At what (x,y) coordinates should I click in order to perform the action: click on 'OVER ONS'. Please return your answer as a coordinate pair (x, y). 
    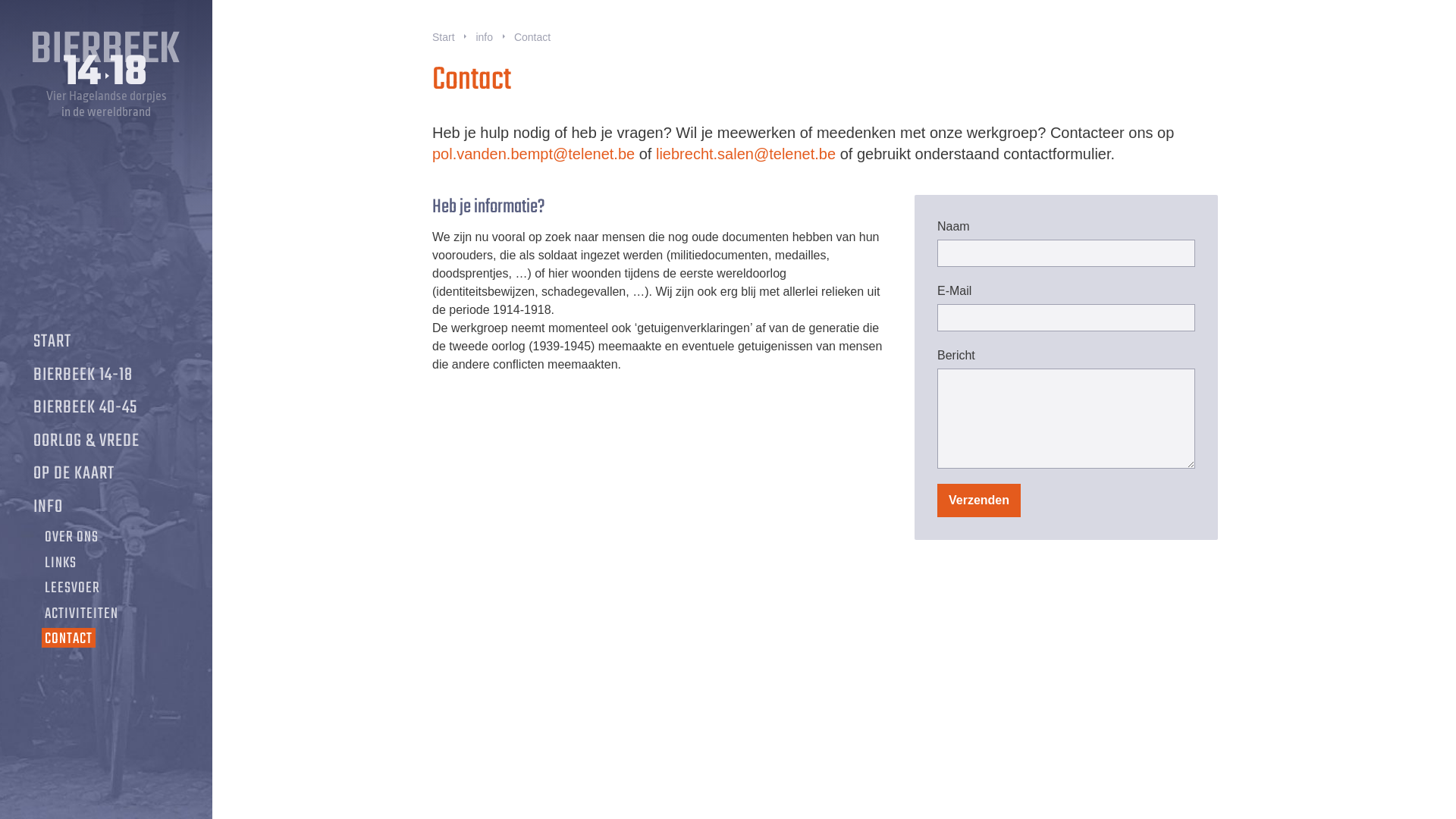
    Looking at the image, I should click on (71, 537).